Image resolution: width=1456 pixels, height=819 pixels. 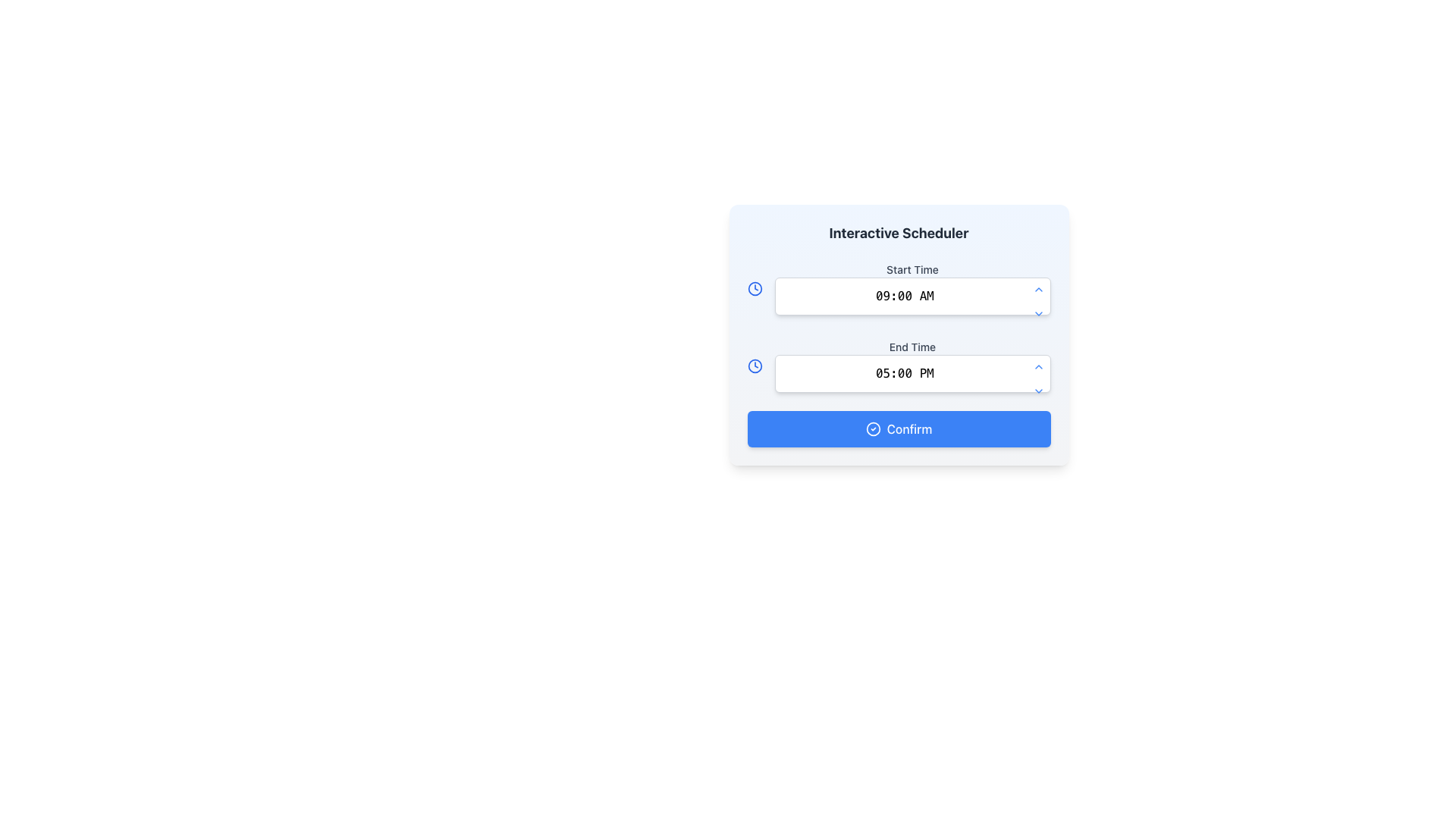 What do you see at coordinates (899, 429) in the screenshot?
I see `the confirmation button located at the bottom section of the 'Interactive Scheduler' dialog box` at bounding box center [899, 429].